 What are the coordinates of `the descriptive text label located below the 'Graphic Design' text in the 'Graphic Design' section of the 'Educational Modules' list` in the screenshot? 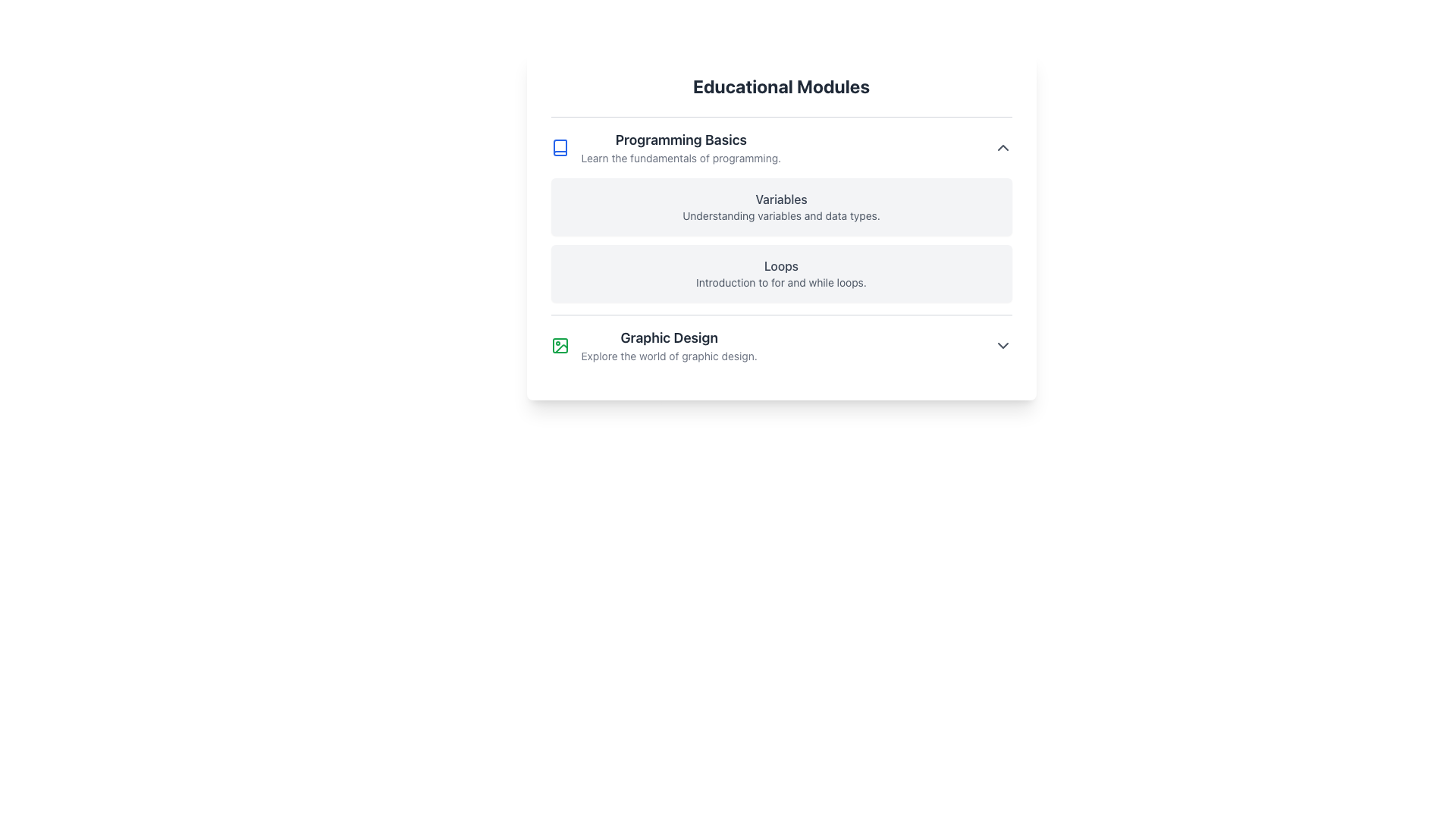 It's located at (668, 356).